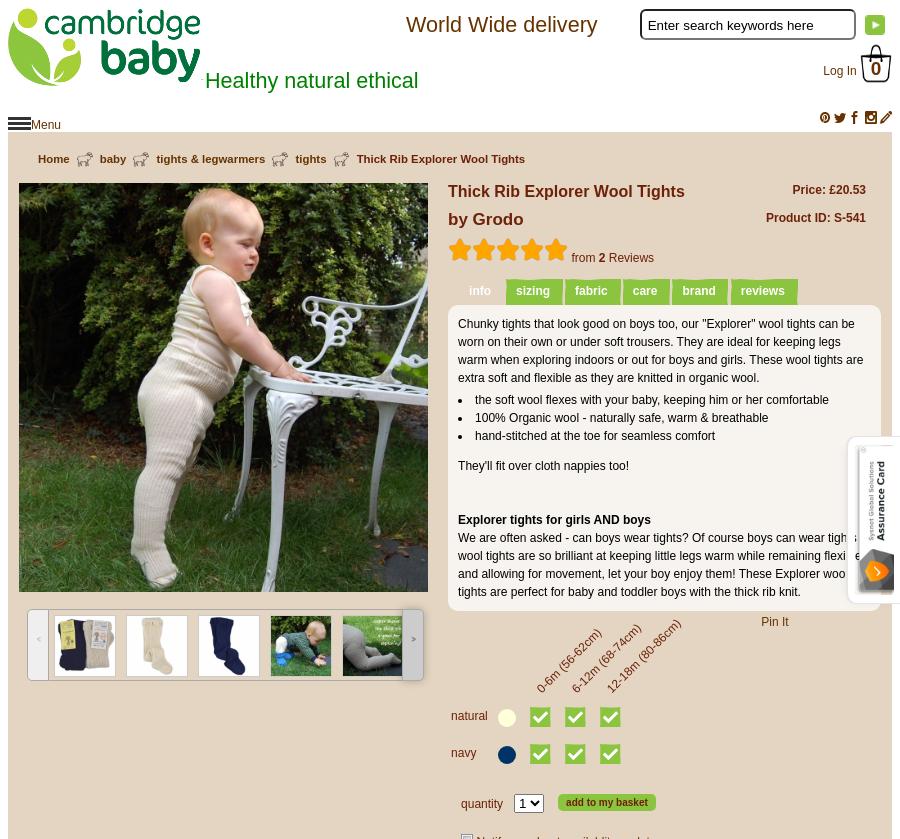 Image resolution: width=900 pixels, height=839 pixels. What do you see at coordinates (484, 218) in the screenshot?
I see `'by Grodo'` at bounding box center [484, 218].